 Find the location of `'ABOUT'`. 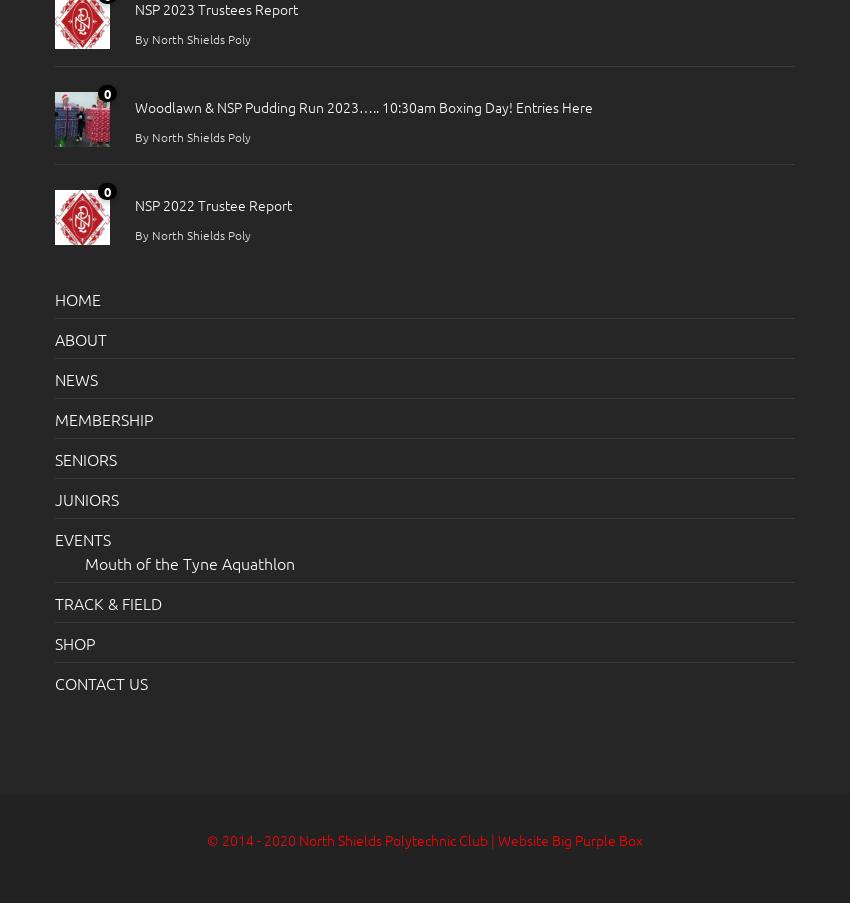

'ABOUT' is located at coordinates (81, 337).